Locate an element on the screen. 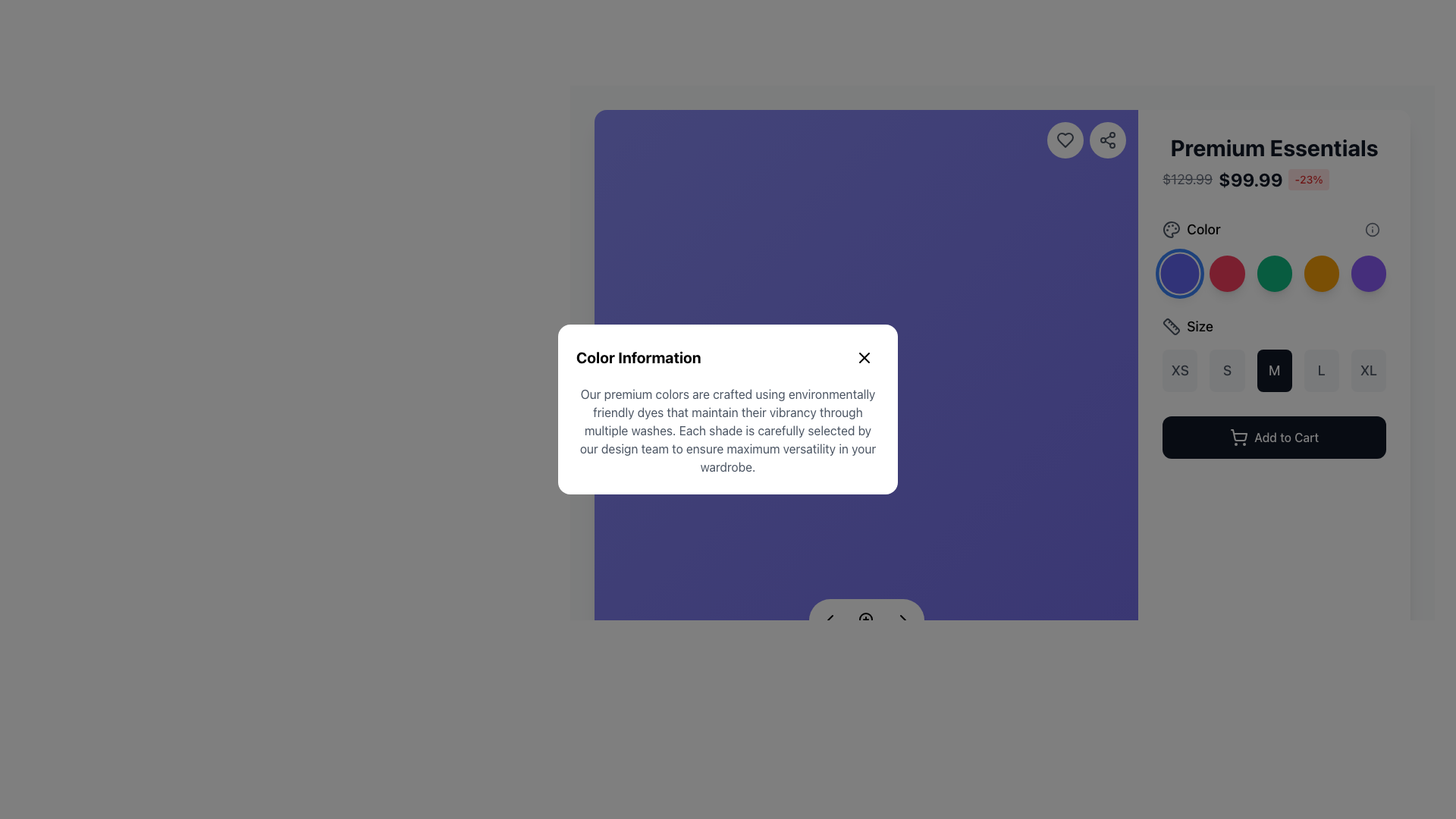  the text label displaying the discounted price '$129.99' with a strikethrough effect, styled in gray color, located near the top-right corner of the interface is located at coordinates (1187, 178).